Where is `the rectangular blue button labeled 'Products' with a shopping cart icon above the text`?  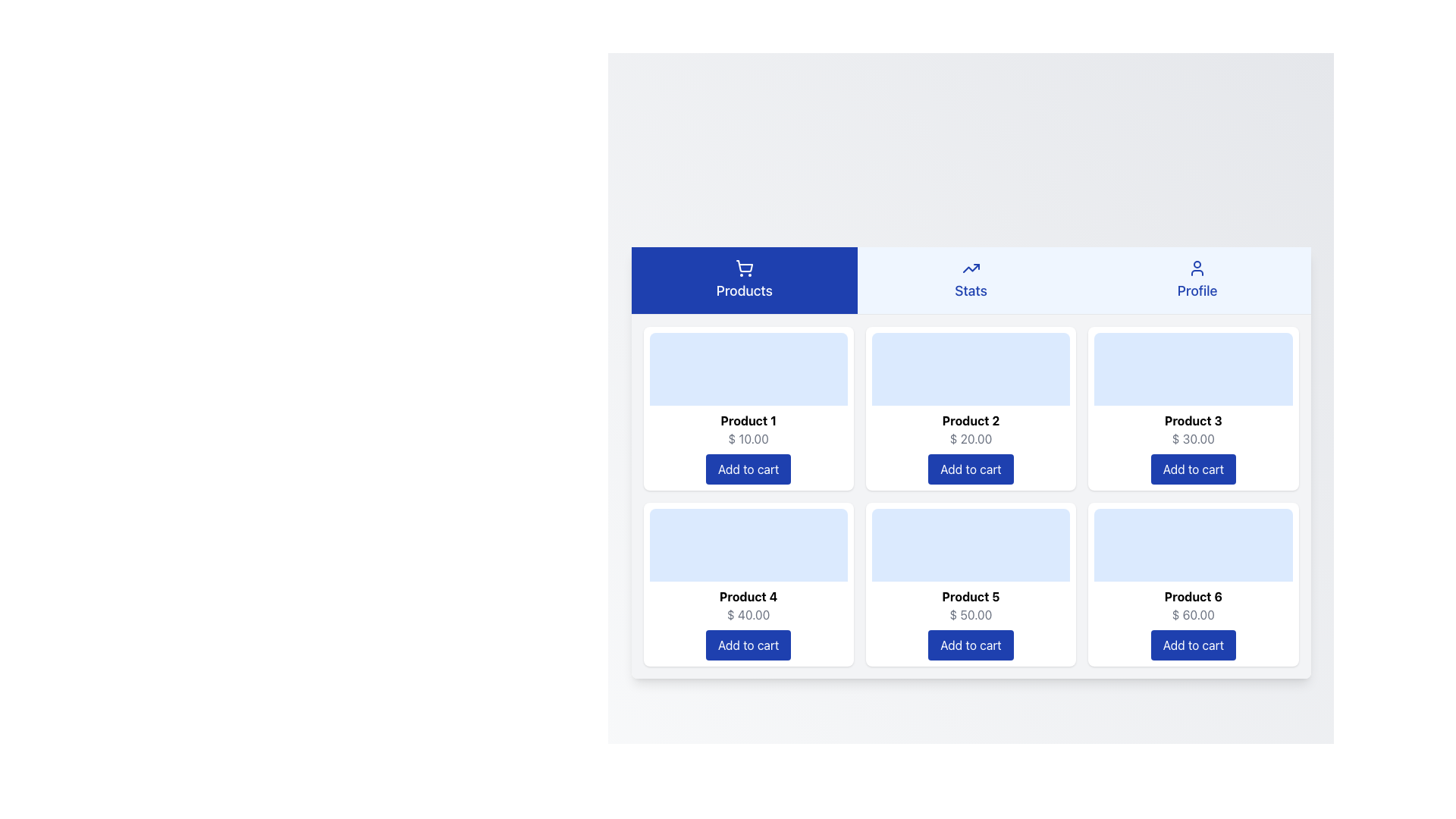
the rectangular blue button labeled 'Products' with a shopping cart icon above the text is located at coordinates (744, 280).